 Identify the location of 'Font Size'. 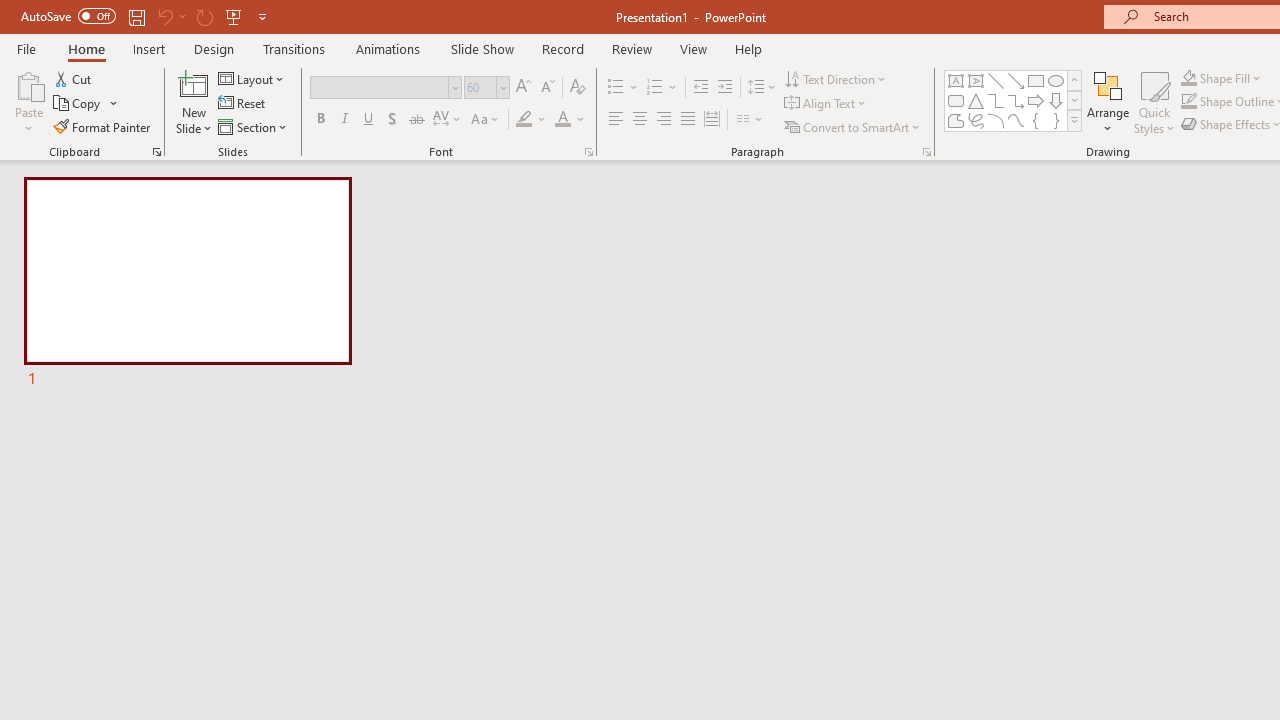
(480, 86).